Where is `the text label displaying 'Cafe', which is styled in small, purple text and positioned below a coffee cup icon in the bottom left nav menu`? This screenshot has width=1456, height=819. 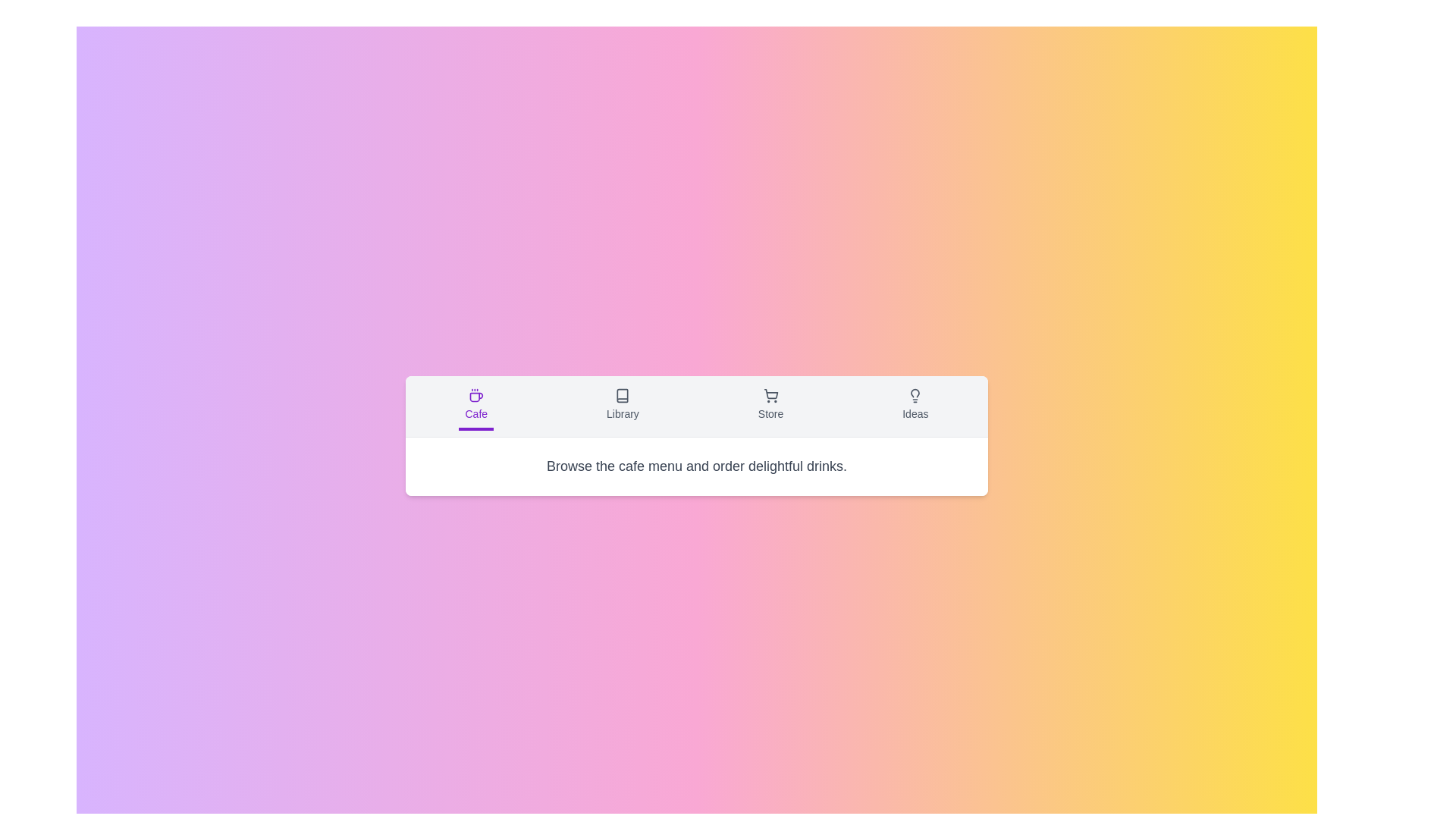
the text label displaying 'Cafe', which is styled in small, purple text and positioned below a coffee cup icon in the bottom left nav menu is located at coordinates (475, 413).